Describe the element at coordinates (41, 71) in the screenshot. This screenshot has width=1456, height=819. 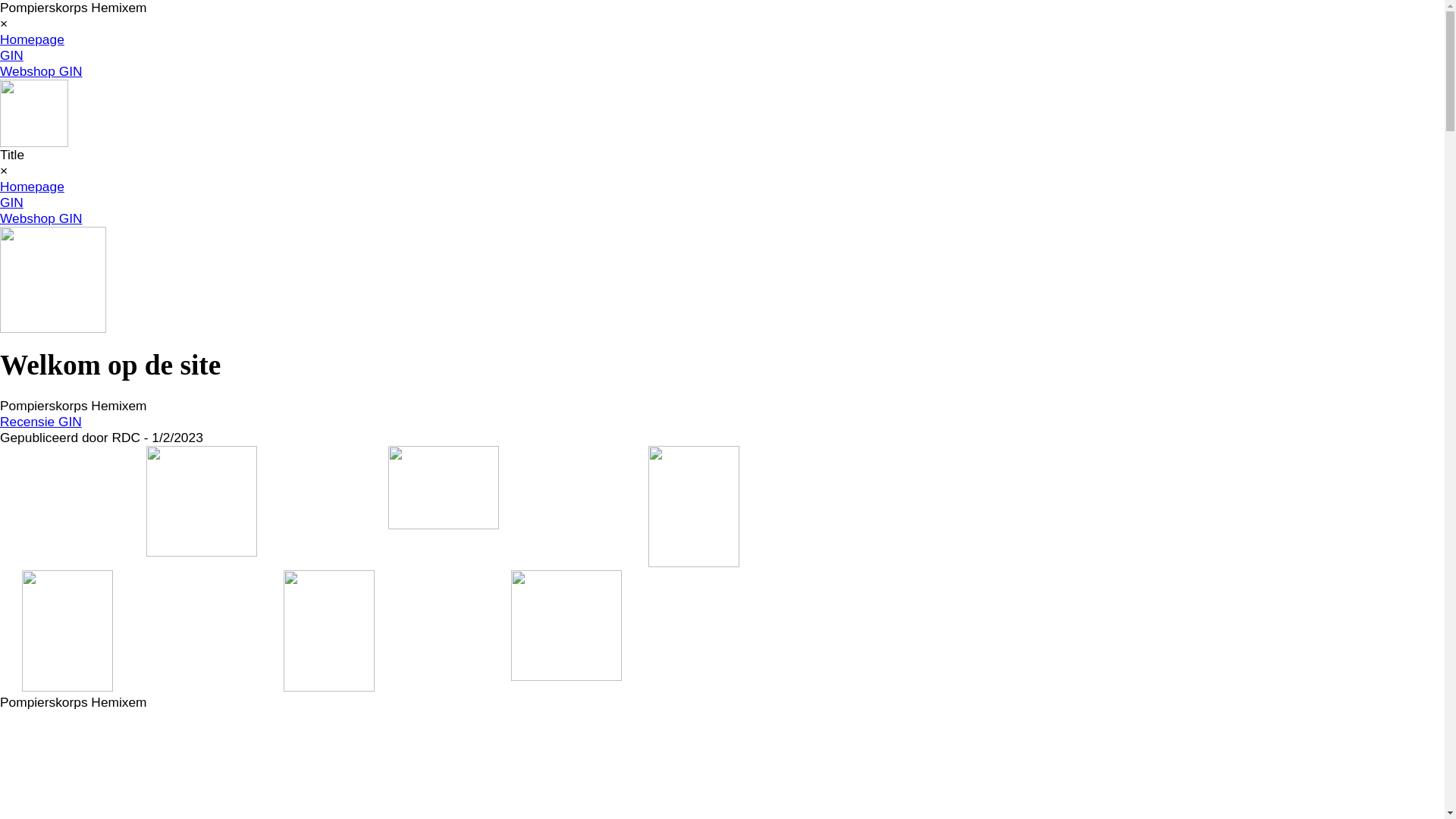
I see `'Webshop GIN'` at that location.